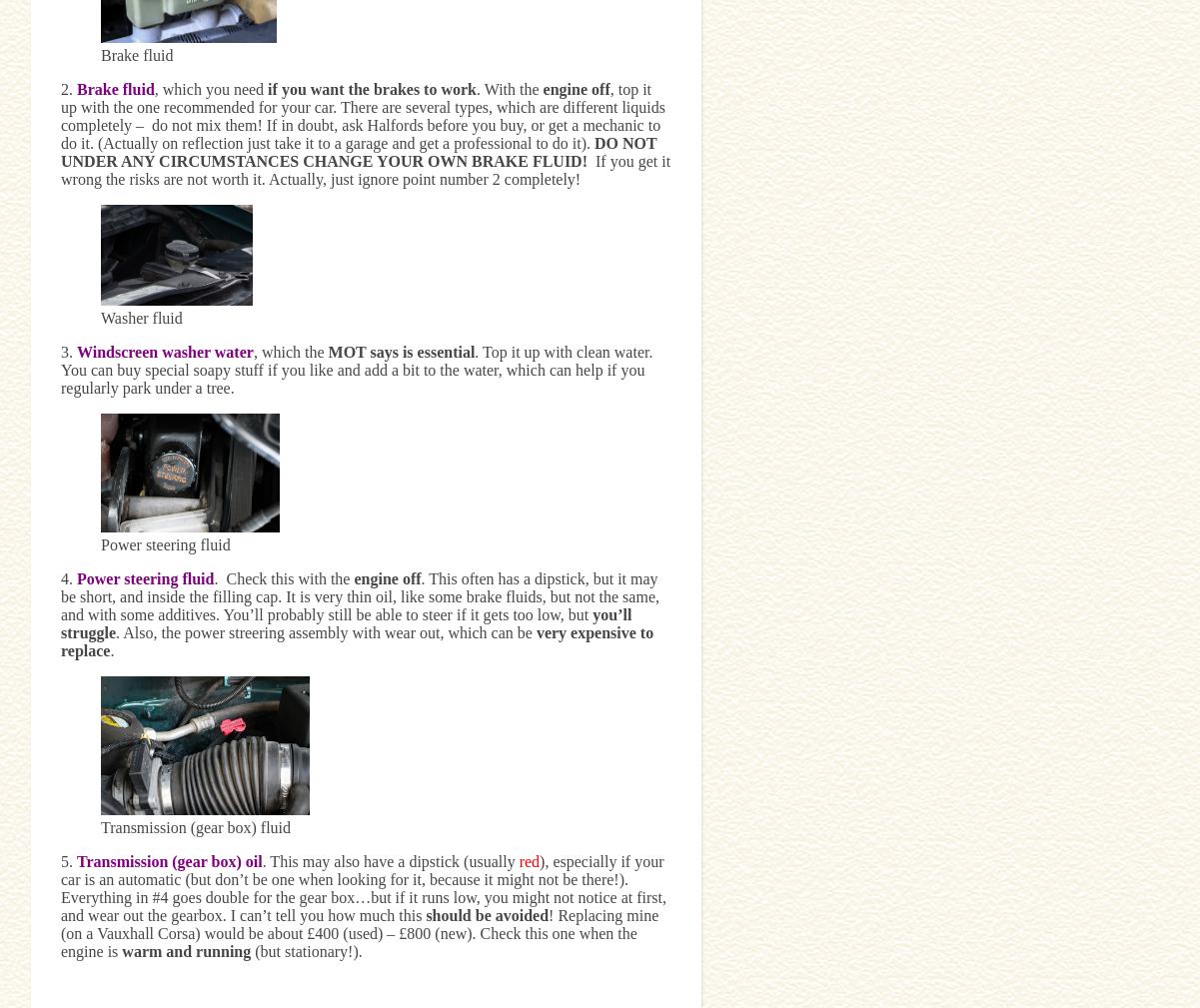  What do you see at coordinates (101, 316) in the screenshot?
I see `'Washer fluid'` at bounding box center [101, 316].